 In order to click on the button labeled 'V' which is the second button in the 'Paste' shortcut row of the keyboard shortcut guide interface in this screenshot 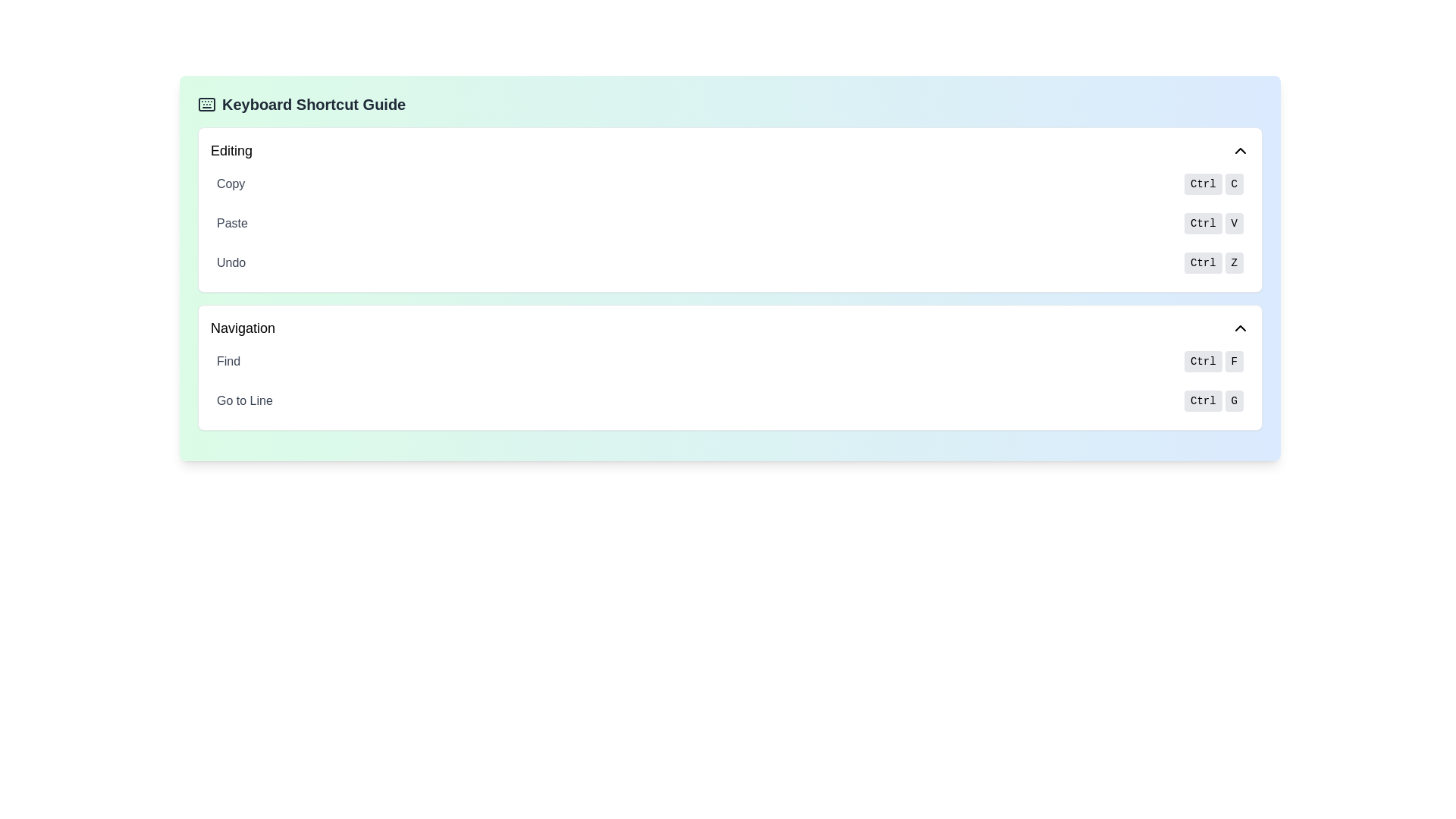, I will do `click(1234, 223)`.